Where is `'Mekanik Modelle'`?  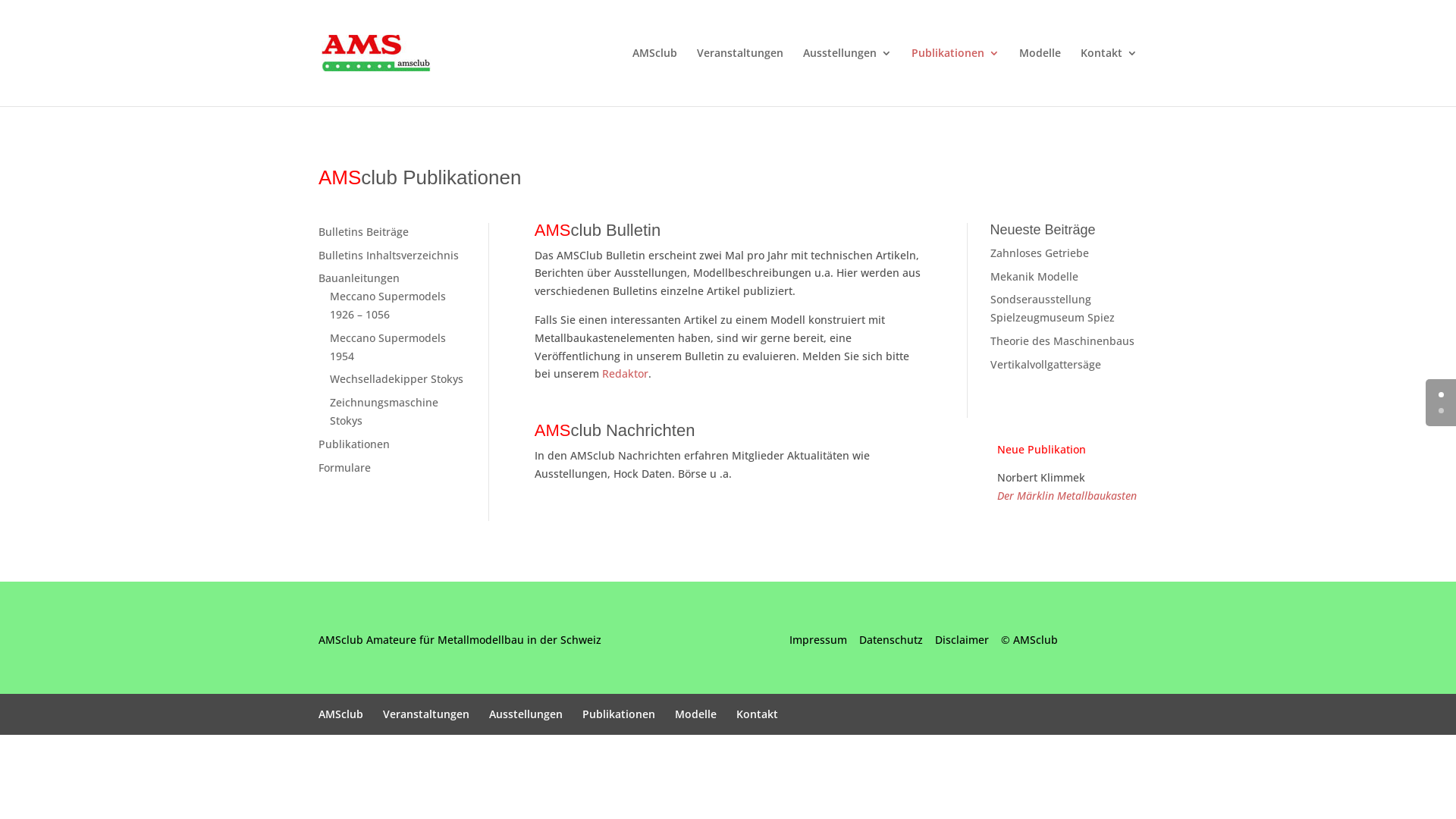 'Mekanik Modelle' is located at coordinates (1033, 276).